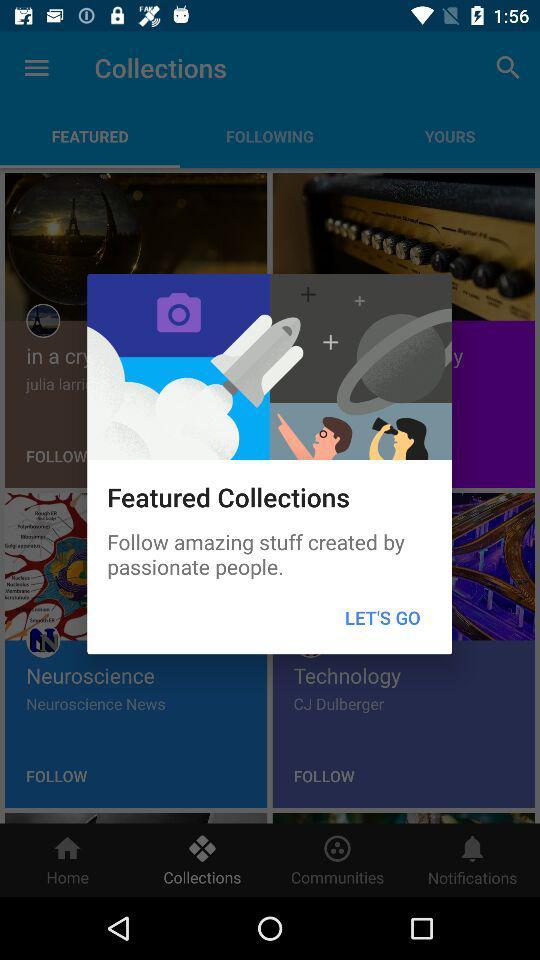 The width and height of the screenshot is (540, 960). Describe the element at coordinates (382, 616) in the screenshot. I see `item below the follow amazing stuff icon` at that location.